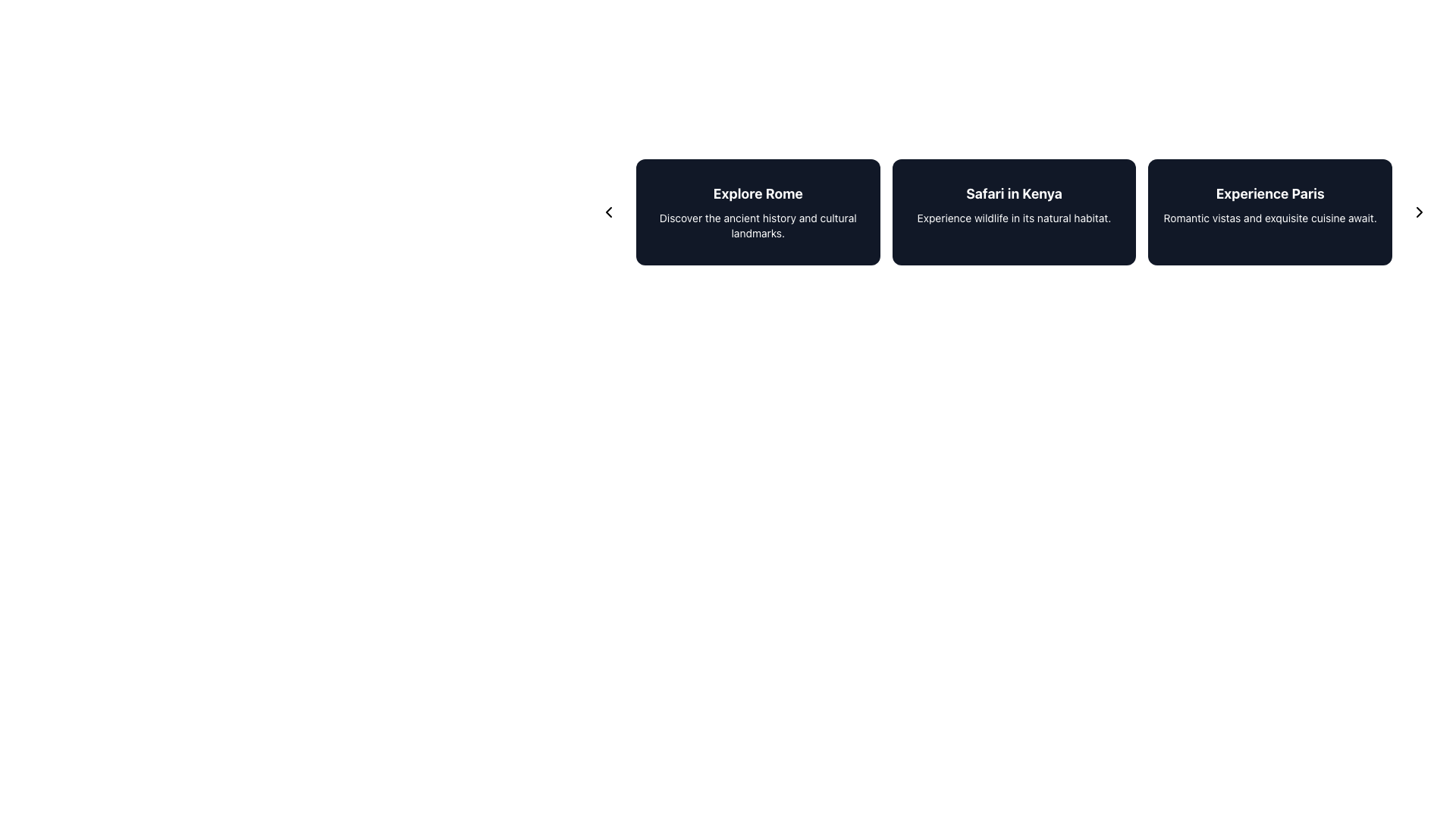 The image size is (1456, 819). Describe the element at coordinates (758, 225) in the screenshot. I see `descriptive text label located directly beneath the 'Explore Rome' title, which provides additional information about the content` at that location.